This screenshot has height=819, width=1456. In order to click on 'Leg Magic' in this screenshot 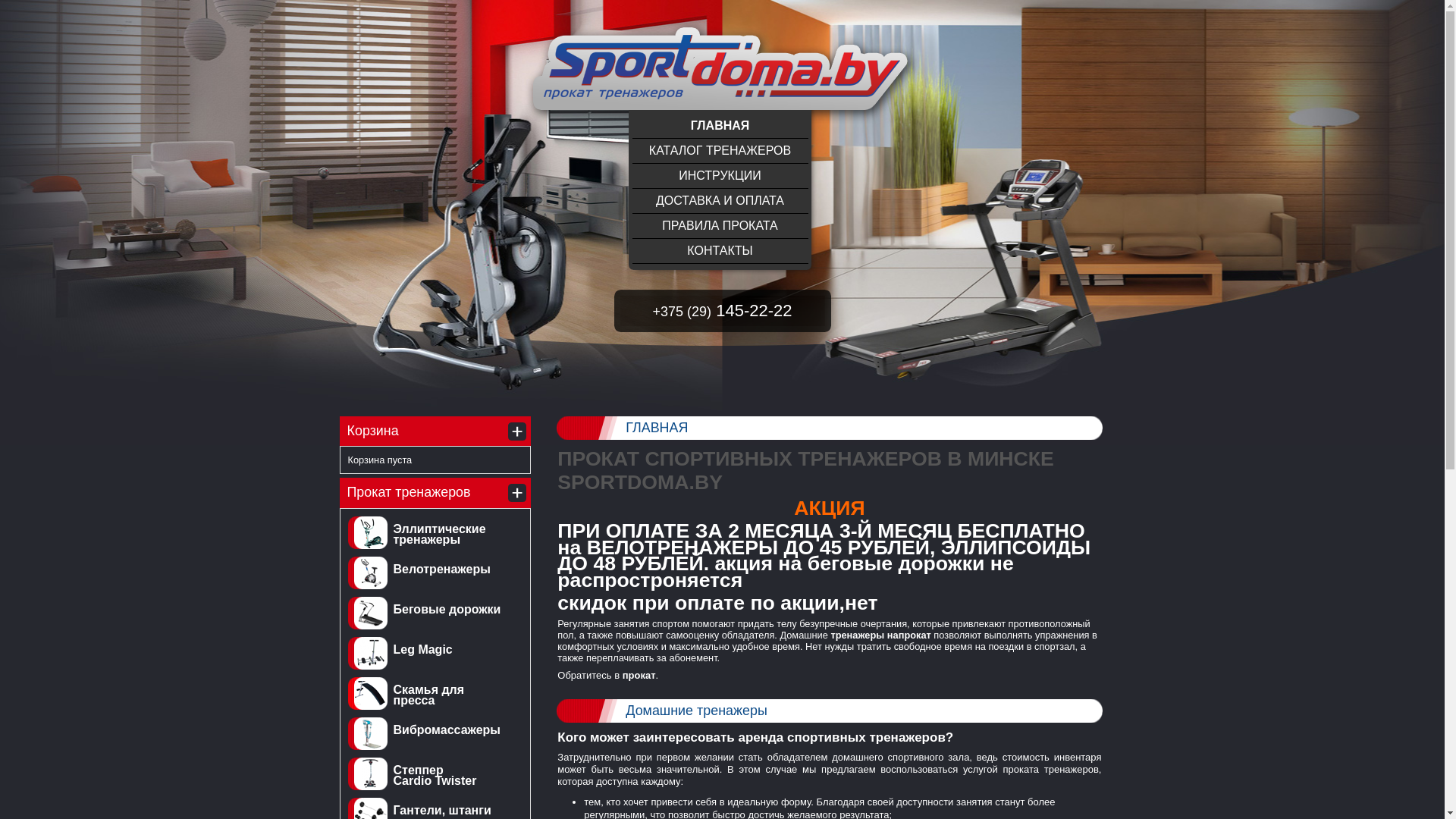, I will do `click(422, 648)`.